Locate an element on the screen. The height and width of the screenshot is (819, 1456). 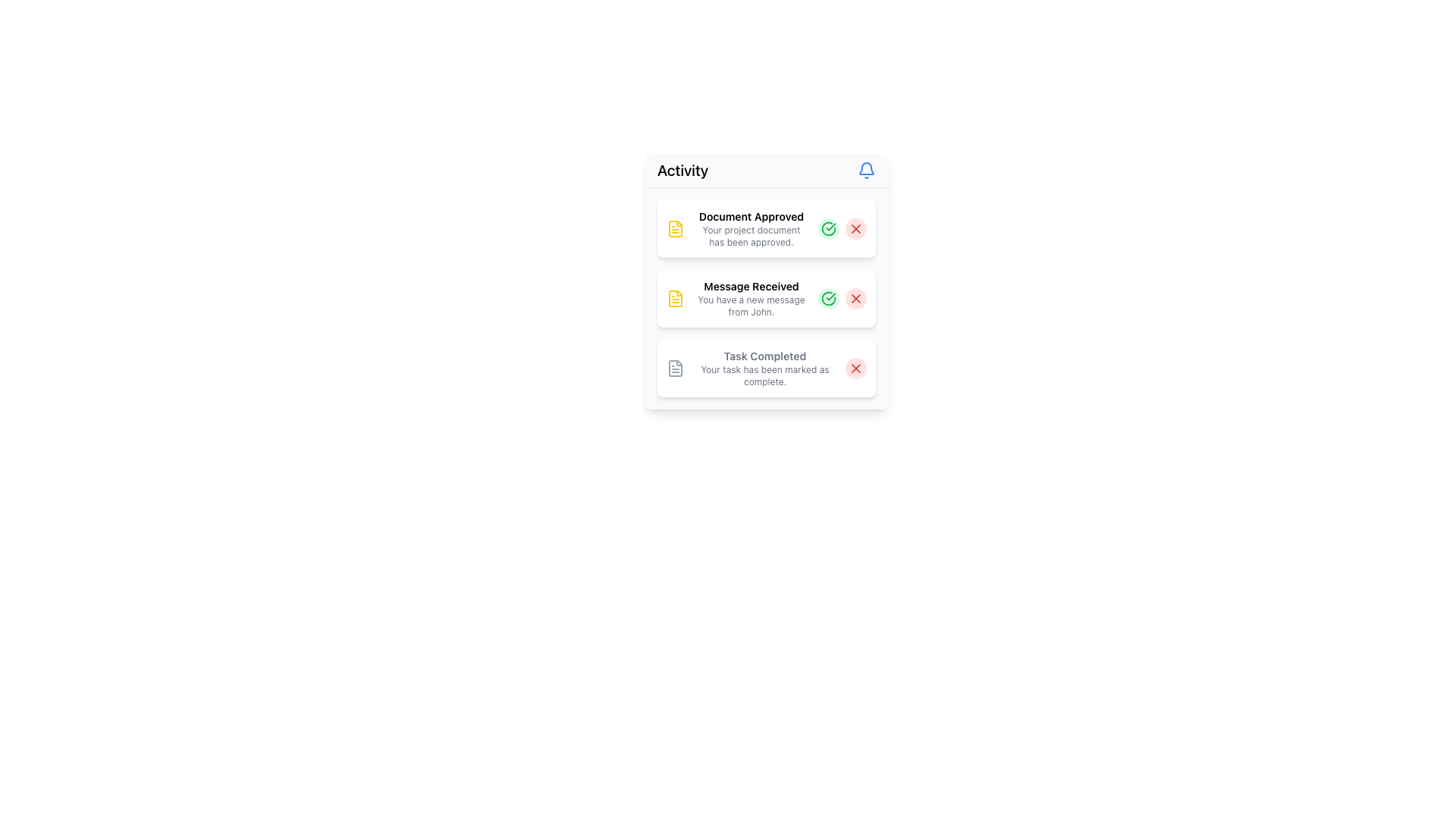
the document file icon with a white body and yellow outline located next to the 'Document Approved' label in the upper section of the activity list is located at coordinates (675, 228).